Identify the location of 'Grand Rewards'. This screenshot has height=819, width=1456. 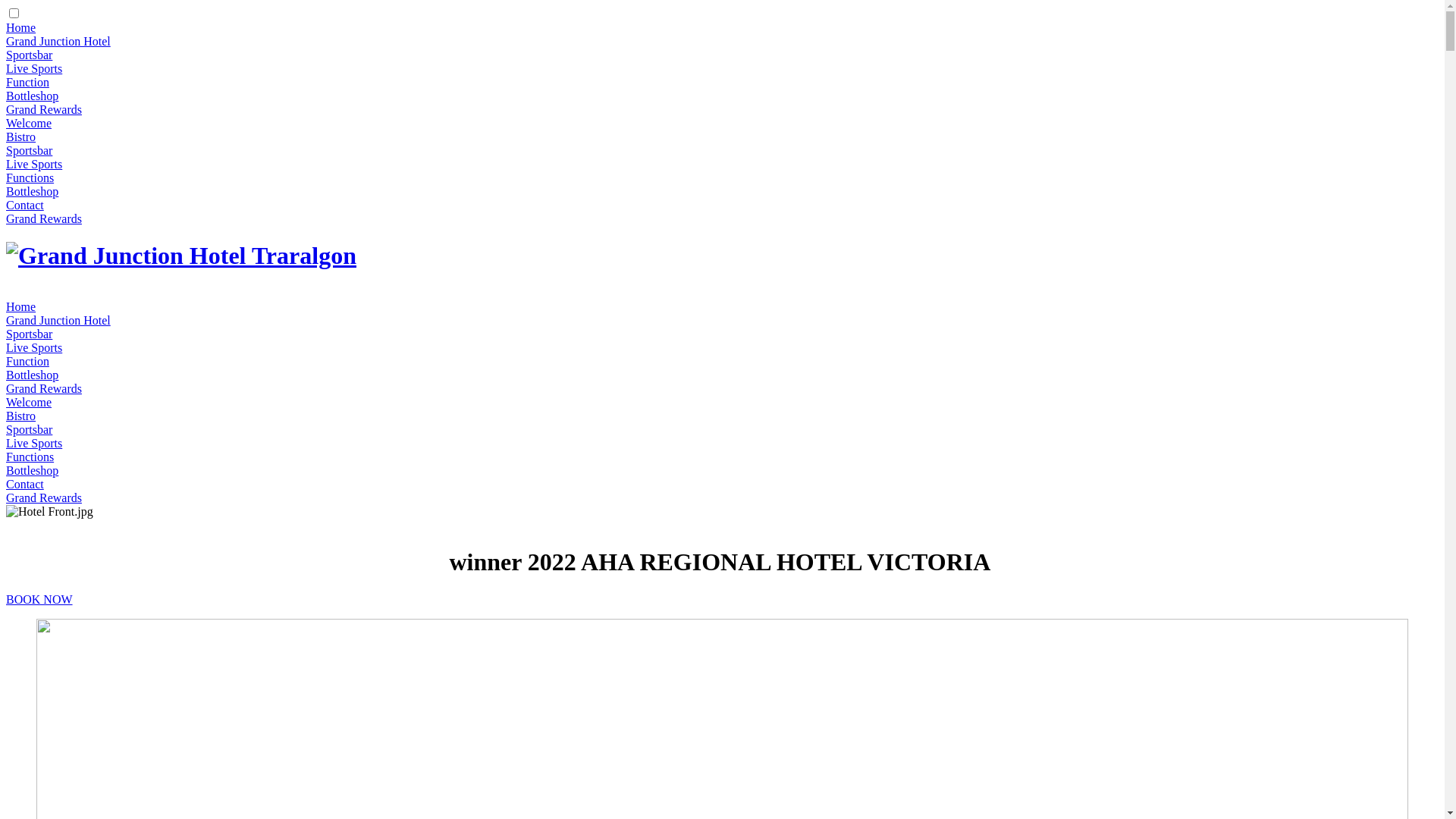
(43, 497).